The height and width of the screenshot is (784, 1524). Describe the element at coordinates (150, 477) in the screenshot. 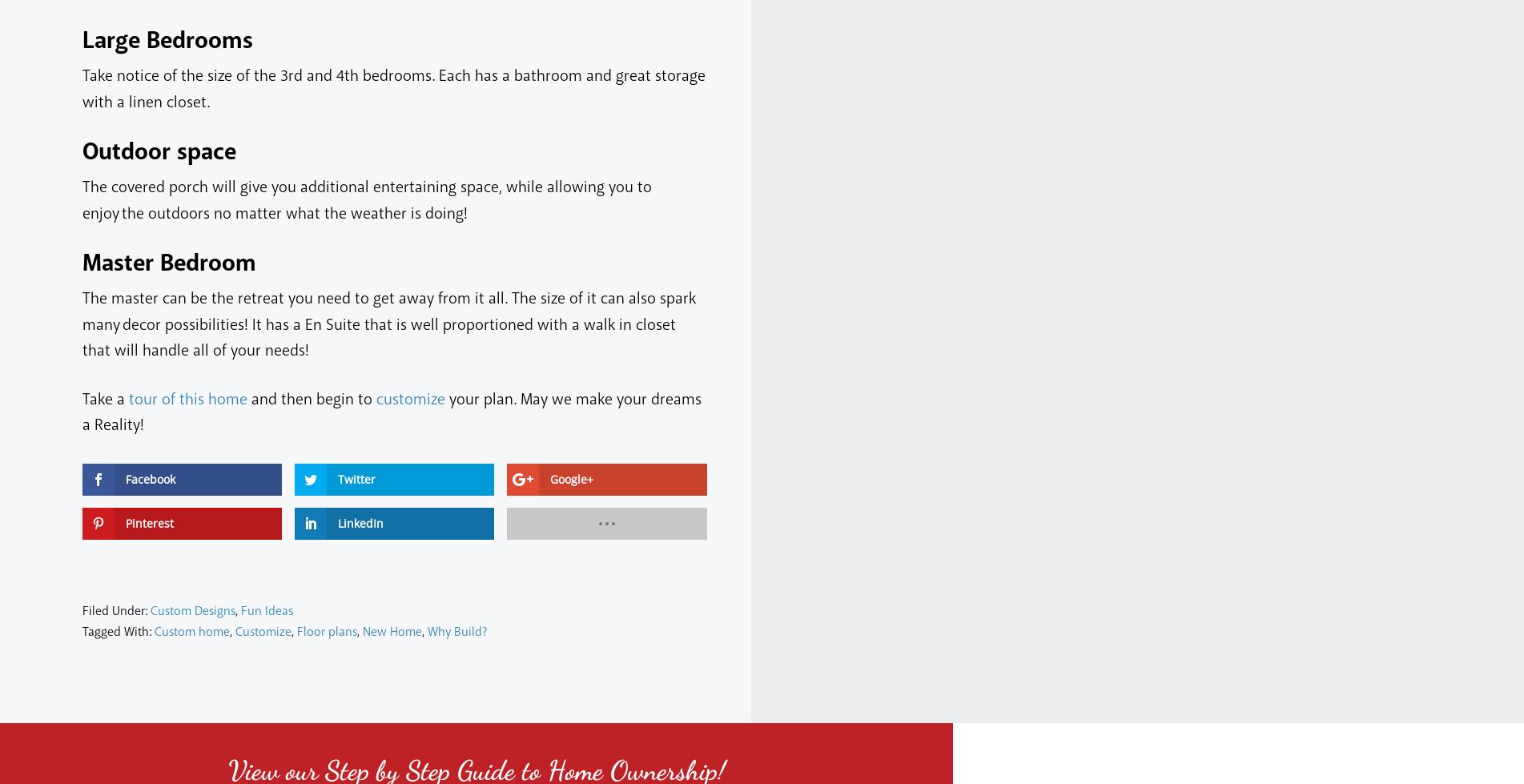

I see `'Facebook'` at that location.